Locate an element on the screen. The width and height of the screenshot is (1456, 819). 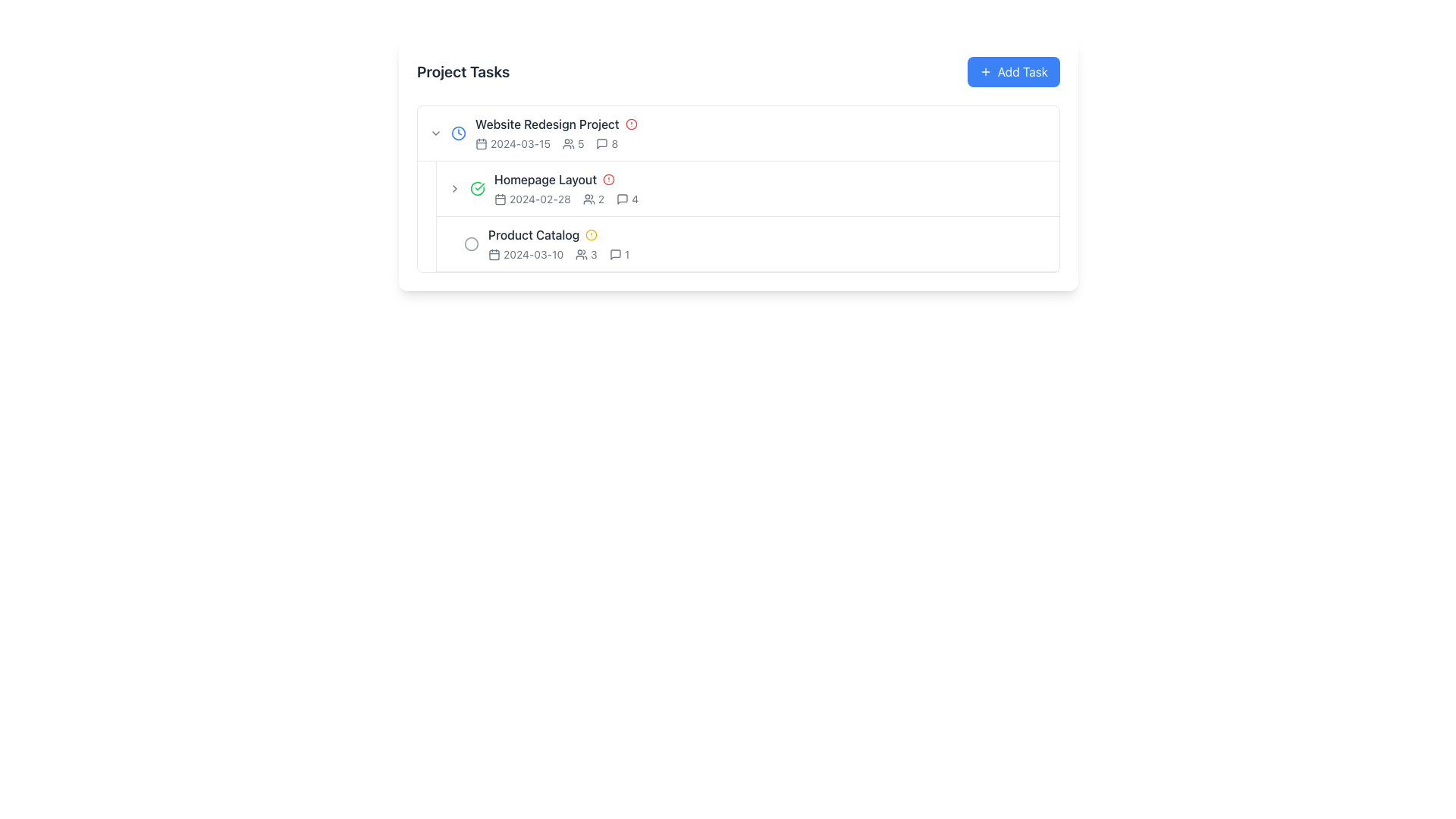
numeral '3' displayed next to the user icon in the 'Project Tasks' list associated with the 'Product Catalog' task is located at coordinates (585, 253).